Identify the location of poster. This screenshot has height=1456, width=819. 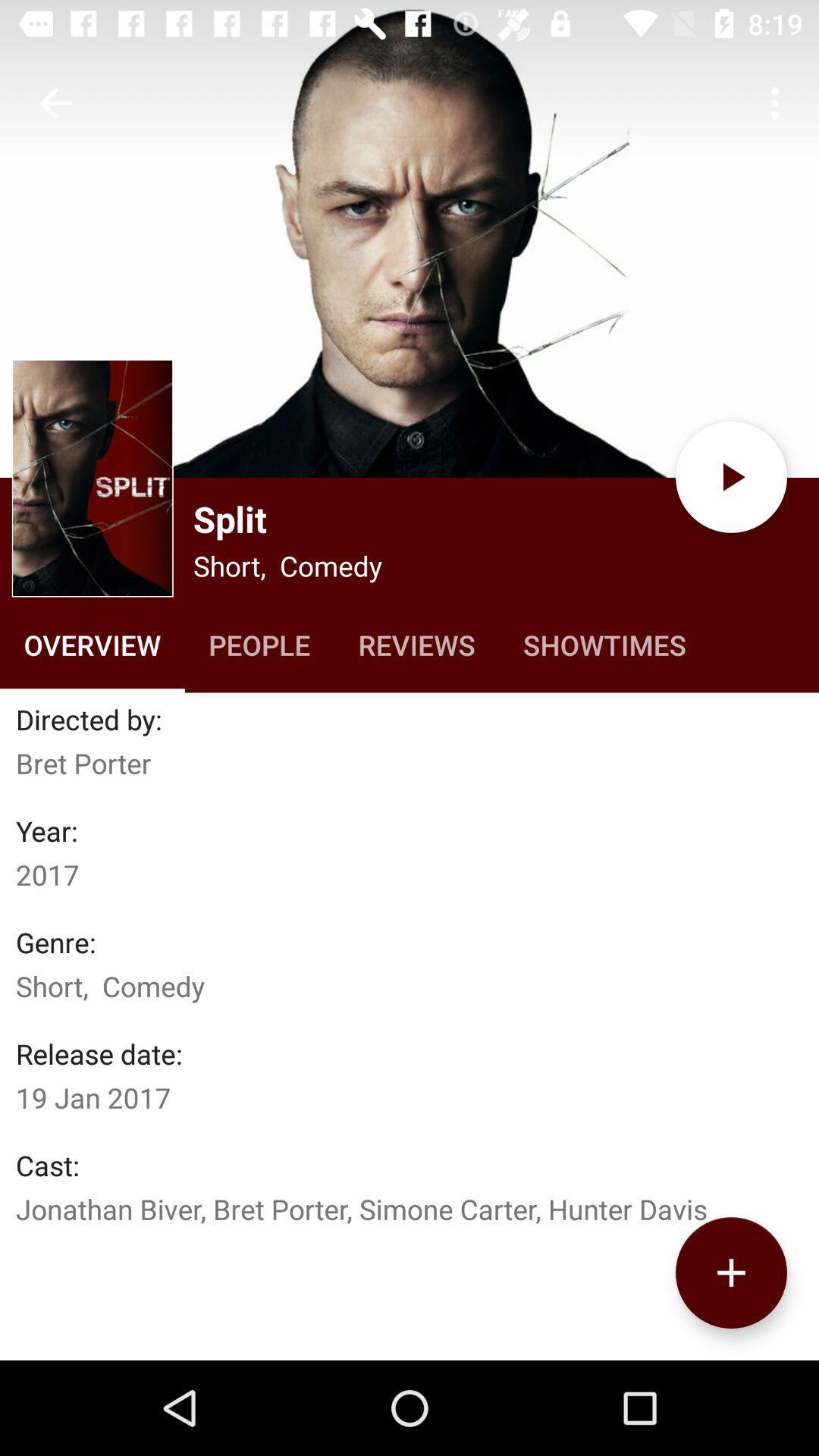
(409, 238).